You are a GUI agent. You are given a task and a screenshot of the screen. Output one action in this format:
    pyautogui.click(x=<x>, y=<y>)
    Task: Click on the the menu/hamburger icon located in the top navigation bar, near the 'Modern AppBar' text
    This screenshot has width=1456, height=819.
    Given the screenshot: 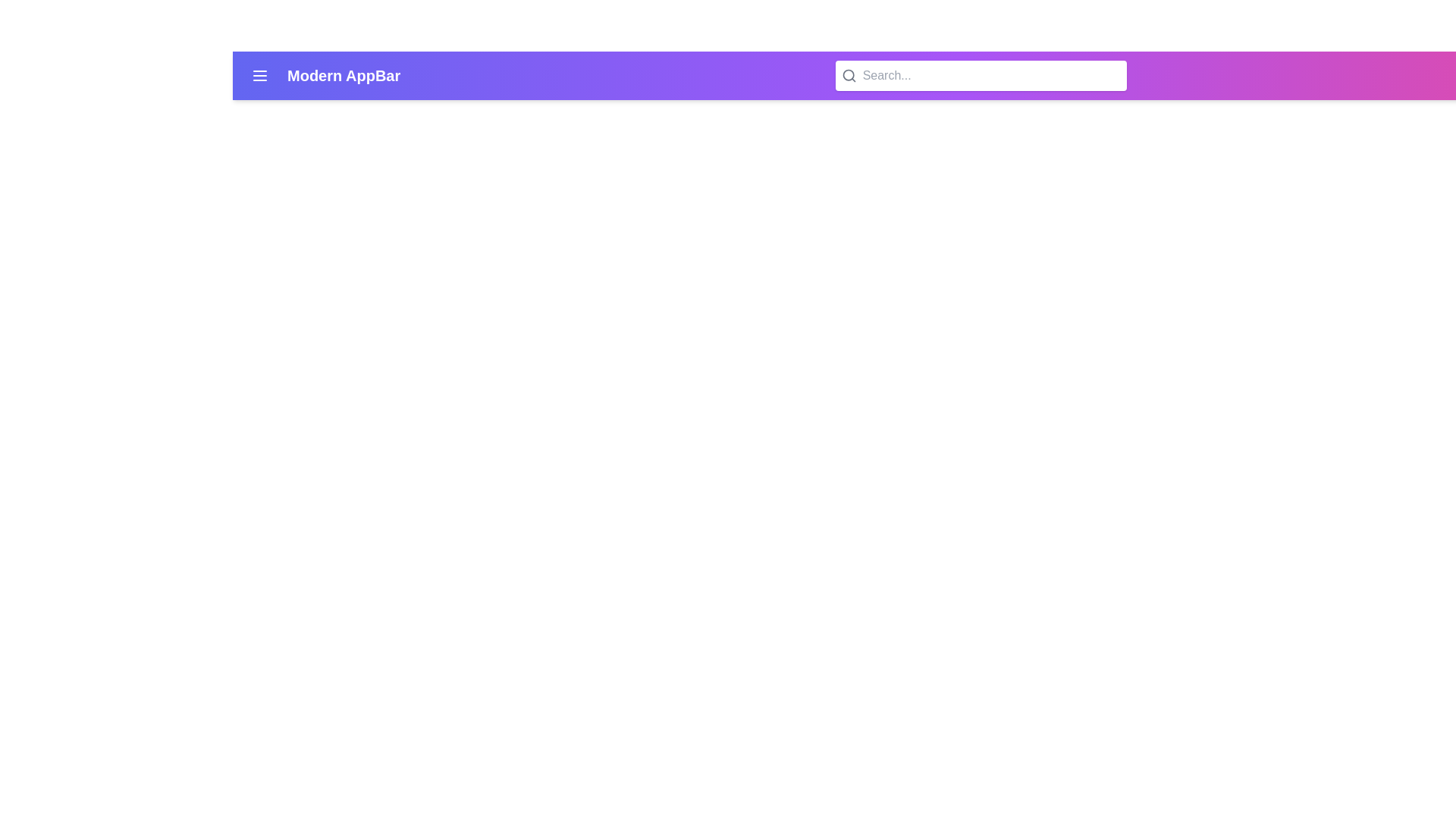 What is the action you would take?
    pyautogui.click(x=259, y=76)
    